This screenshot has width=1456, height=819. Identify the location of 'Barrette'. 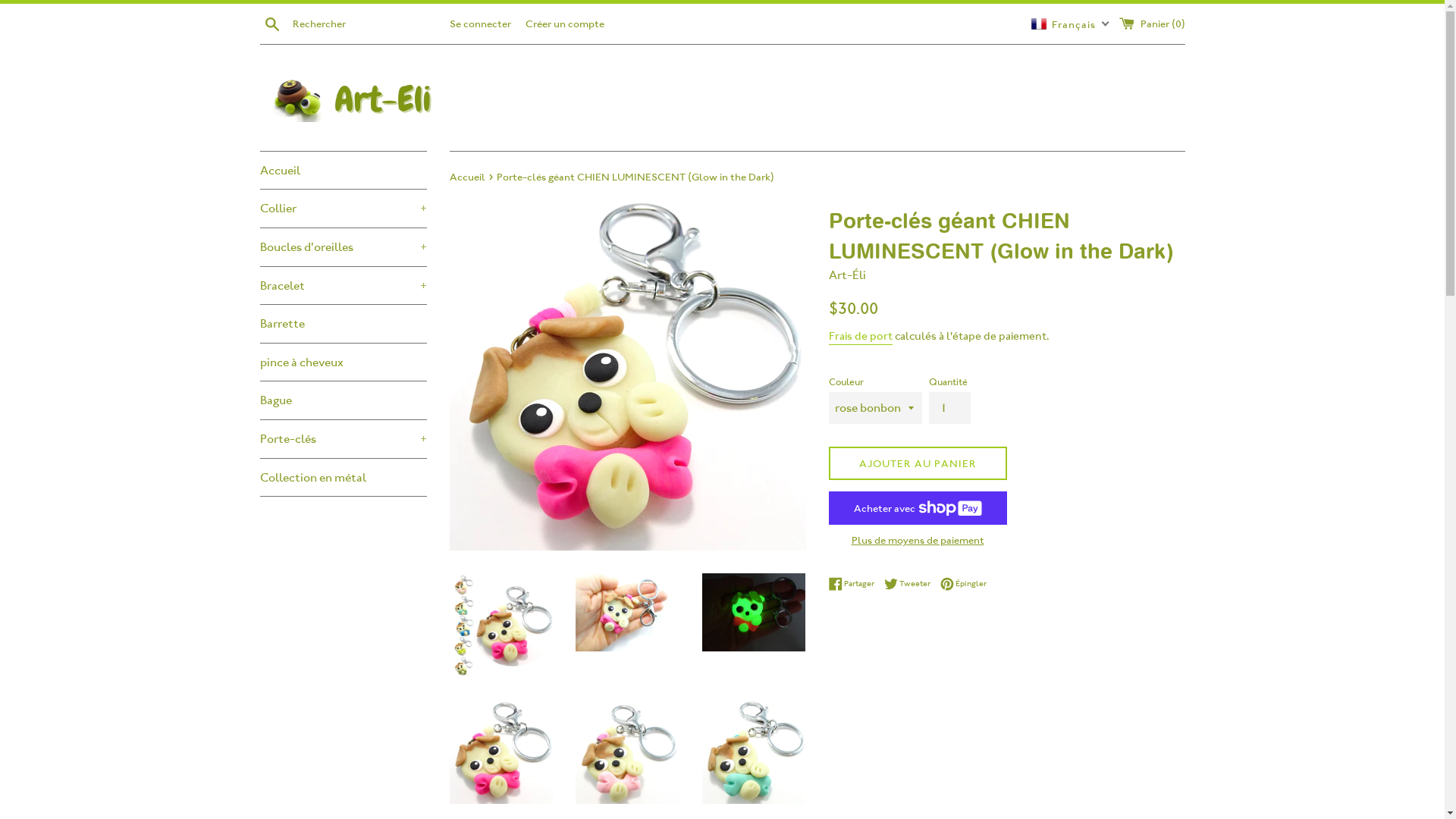
(341, 323).